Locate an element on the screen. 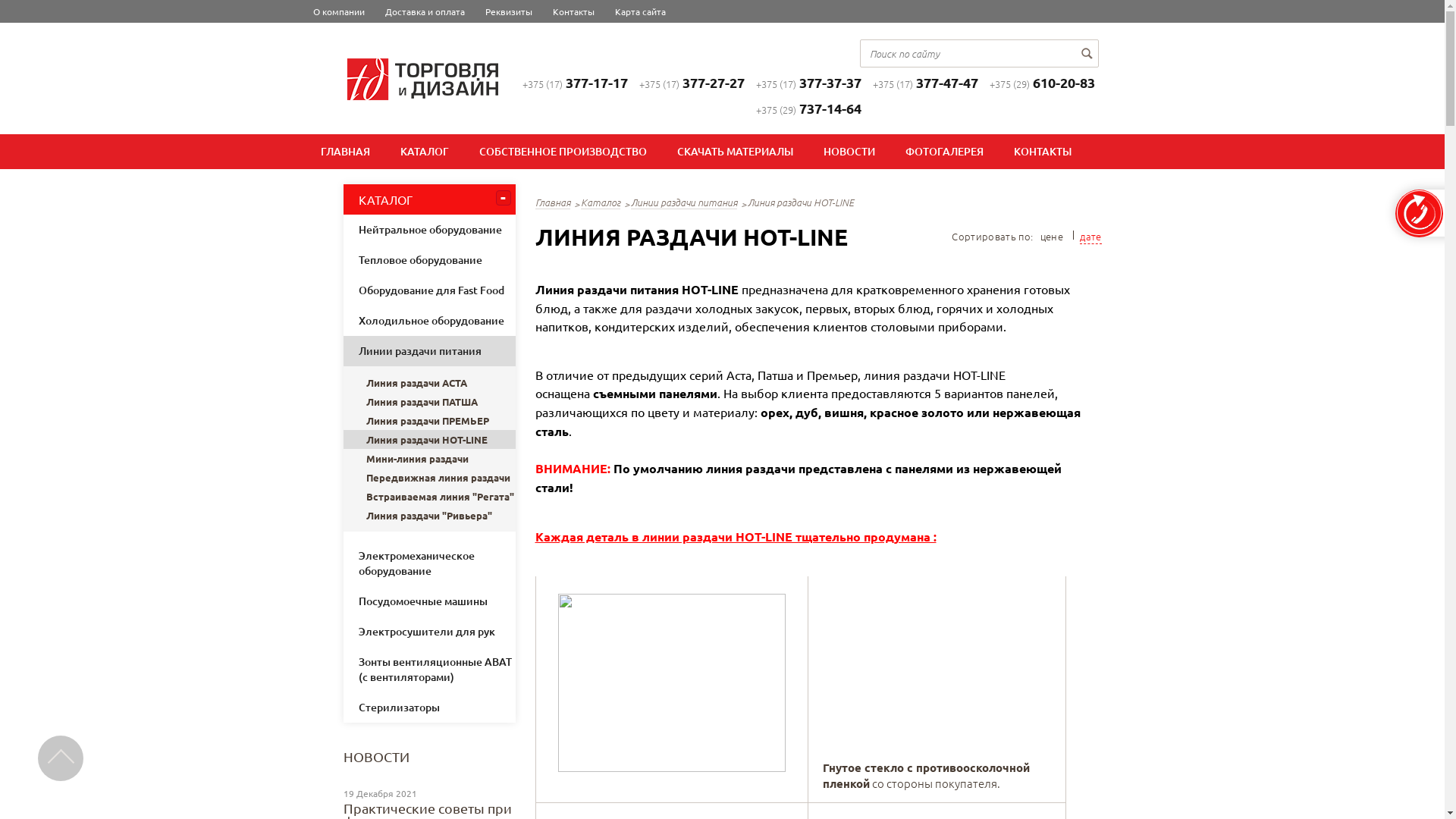  '+375 (17)377-17-17' is located at coordinates (573, 83).